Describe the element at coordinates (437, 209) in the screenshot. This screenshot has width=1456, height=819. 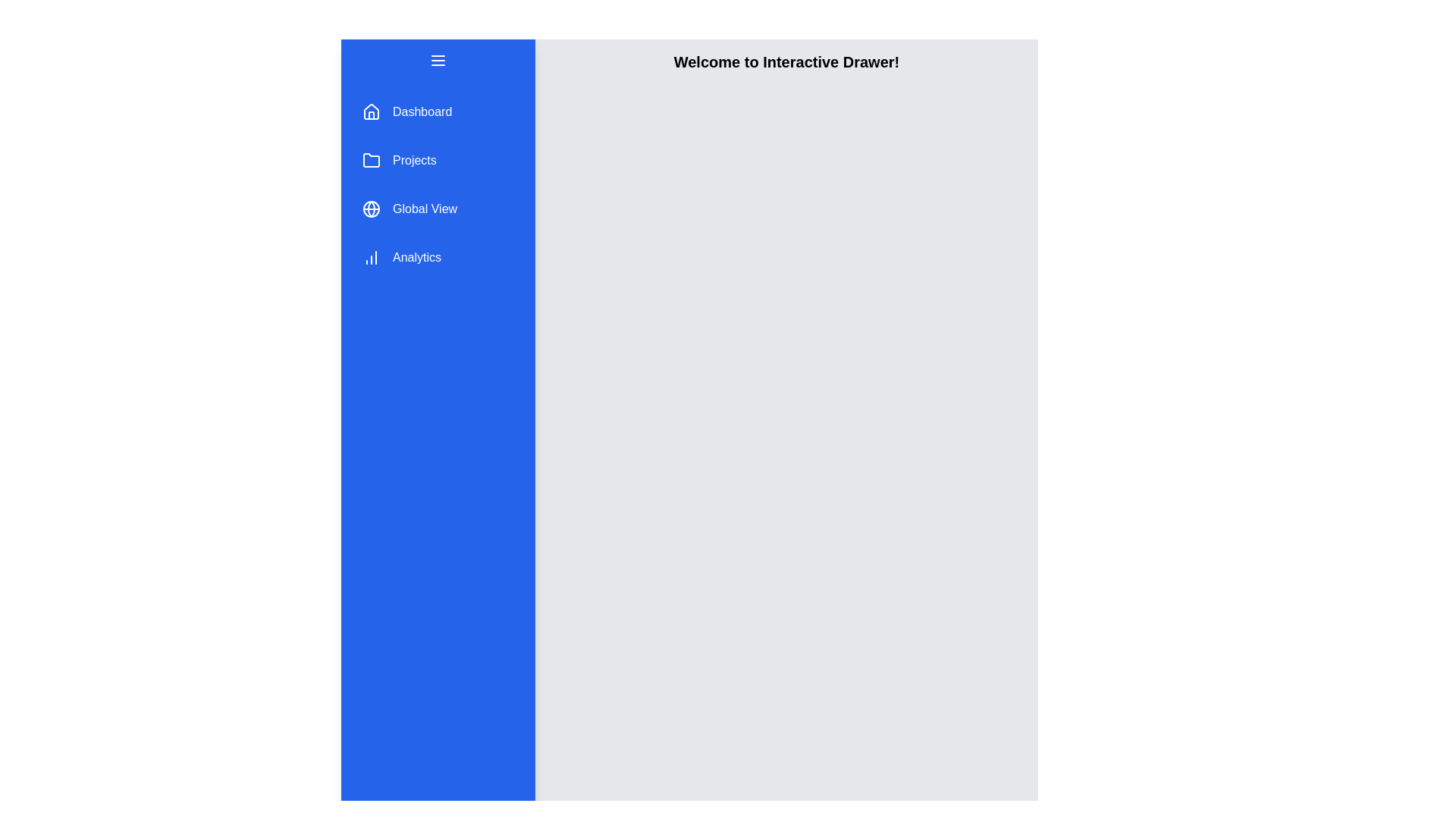
I see `the menu item Global View to observe its hover effect` at that location.